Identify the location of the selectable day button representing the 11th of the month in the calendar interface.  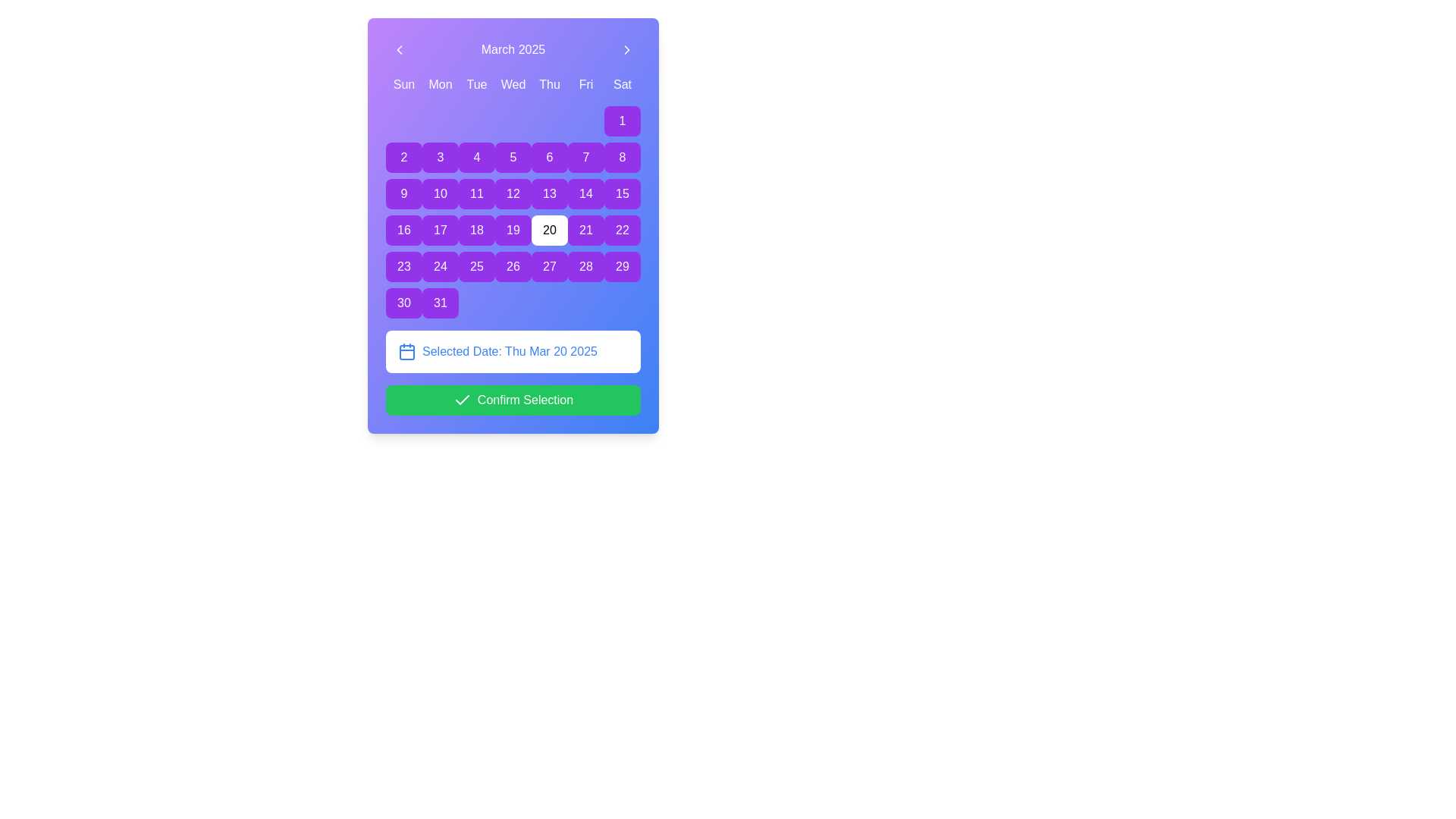
(475, 193).